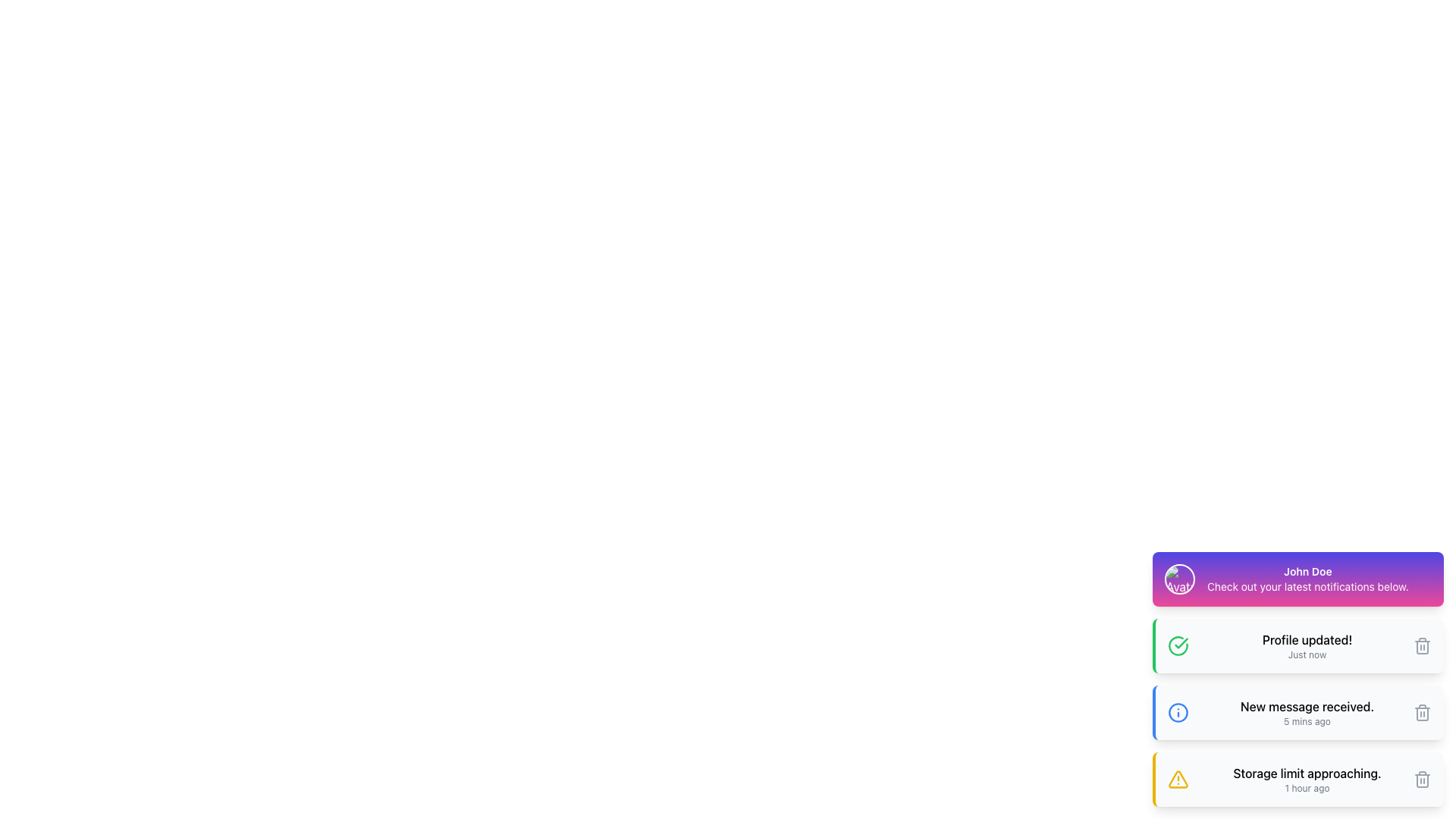 The height and width of the screenshot is (819, 1456). Describe the element at coordinates (1306, 654) in the screenshot. I see `text content of the small gray label displaying 'Just now', positioned below the bold notification title 'Profile updated!'` at that location.